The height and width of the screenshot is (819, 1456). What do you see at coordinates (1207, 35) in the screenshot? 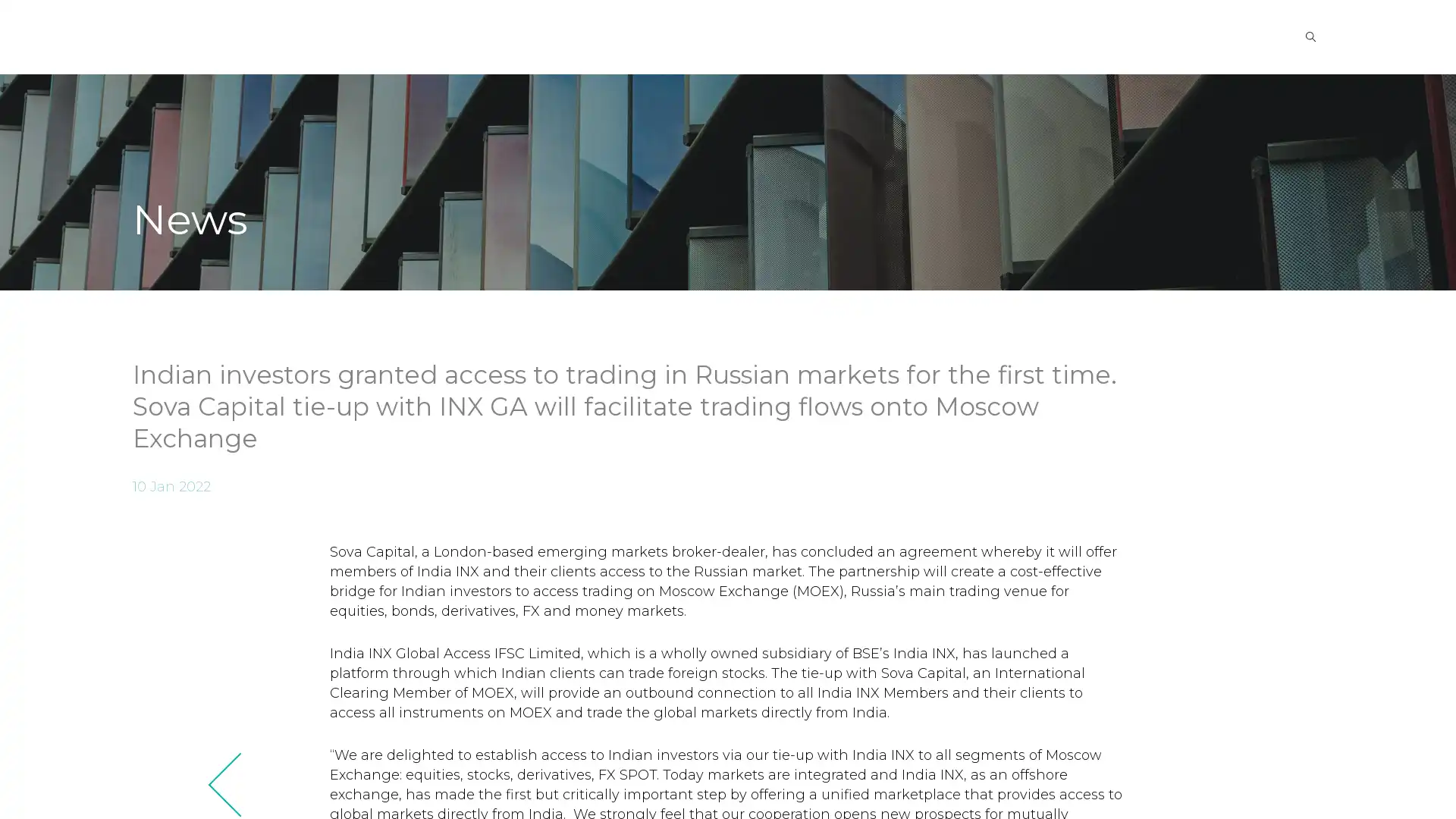
I see `Login` at bounding box center [1207, 35].